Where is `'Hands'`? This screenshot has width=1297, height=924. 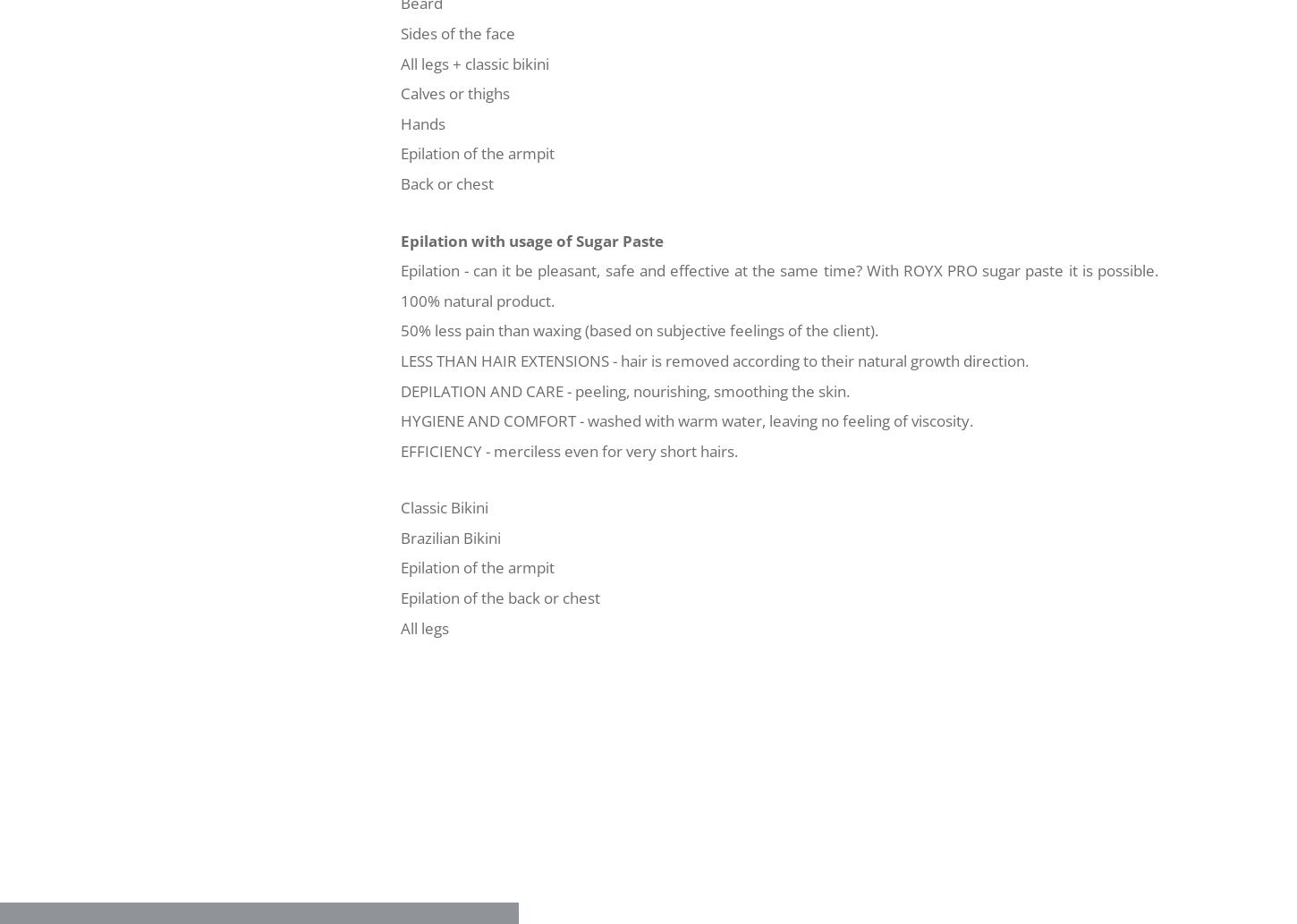
'Hands' is located at coordinates (423, 123).